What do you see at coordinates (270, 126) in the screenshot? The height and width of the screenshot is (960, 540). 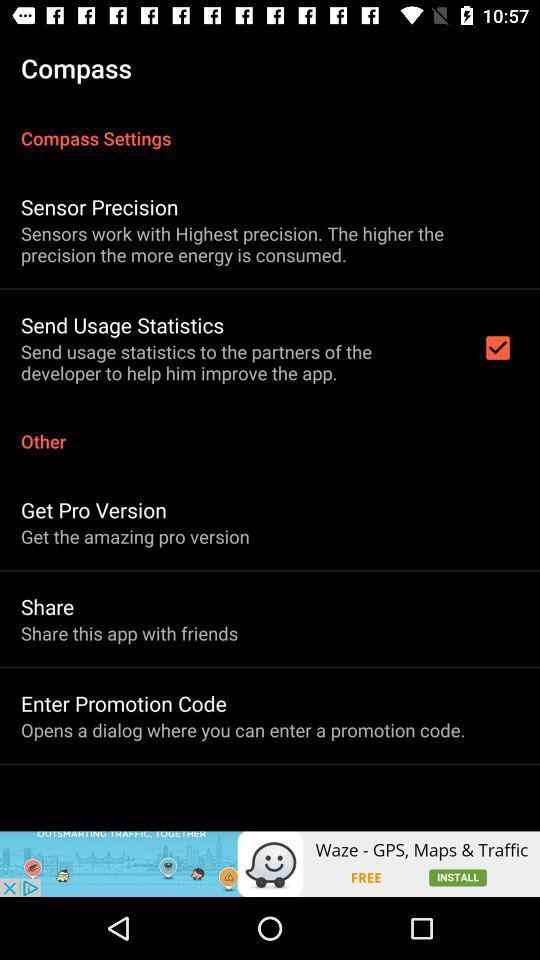 I see `item above the sensor precision item` at bounding box center [270, 126].